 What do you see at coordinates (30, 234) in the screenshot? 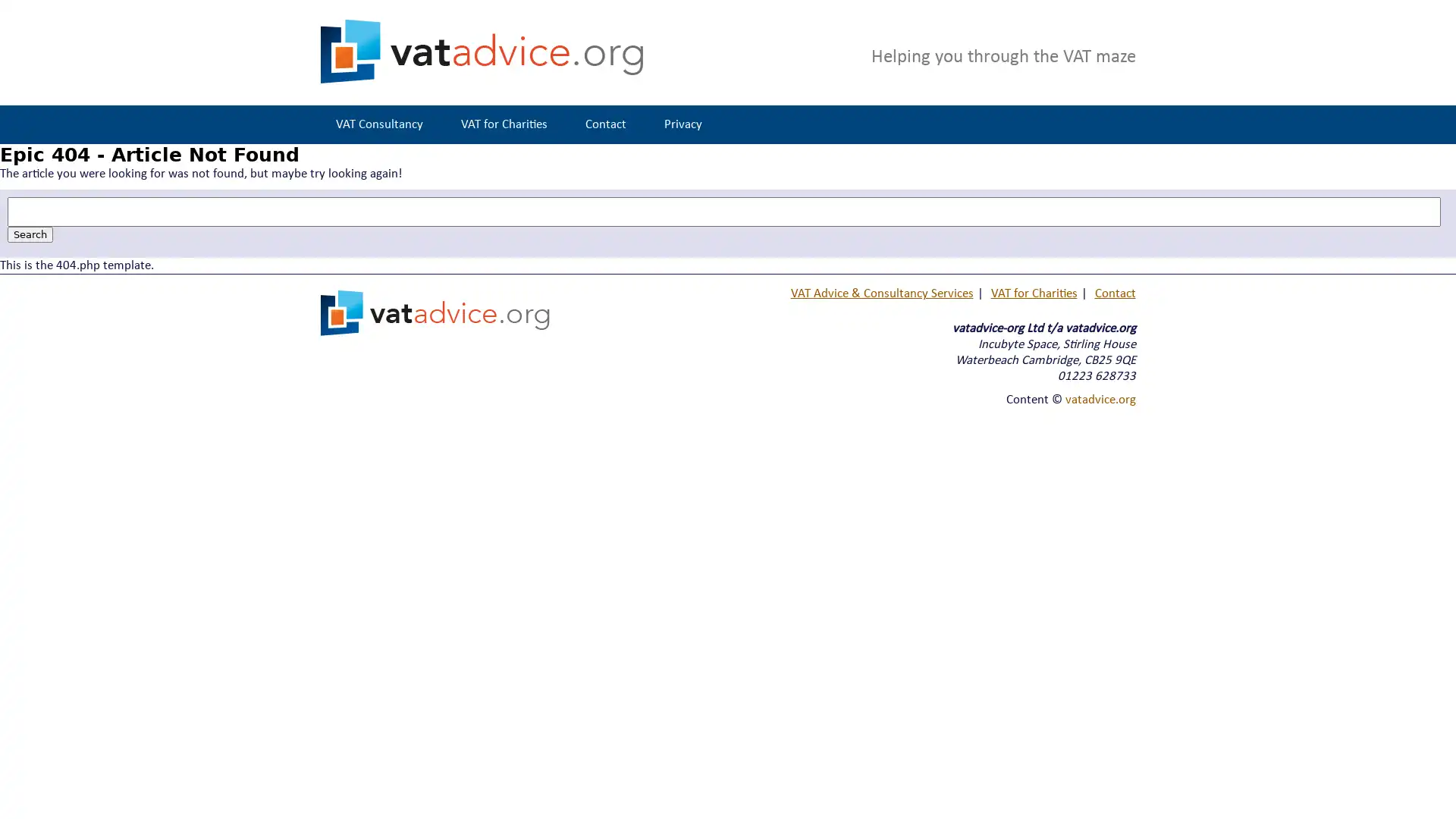
I see `Search` at bounding box center [30, 234].